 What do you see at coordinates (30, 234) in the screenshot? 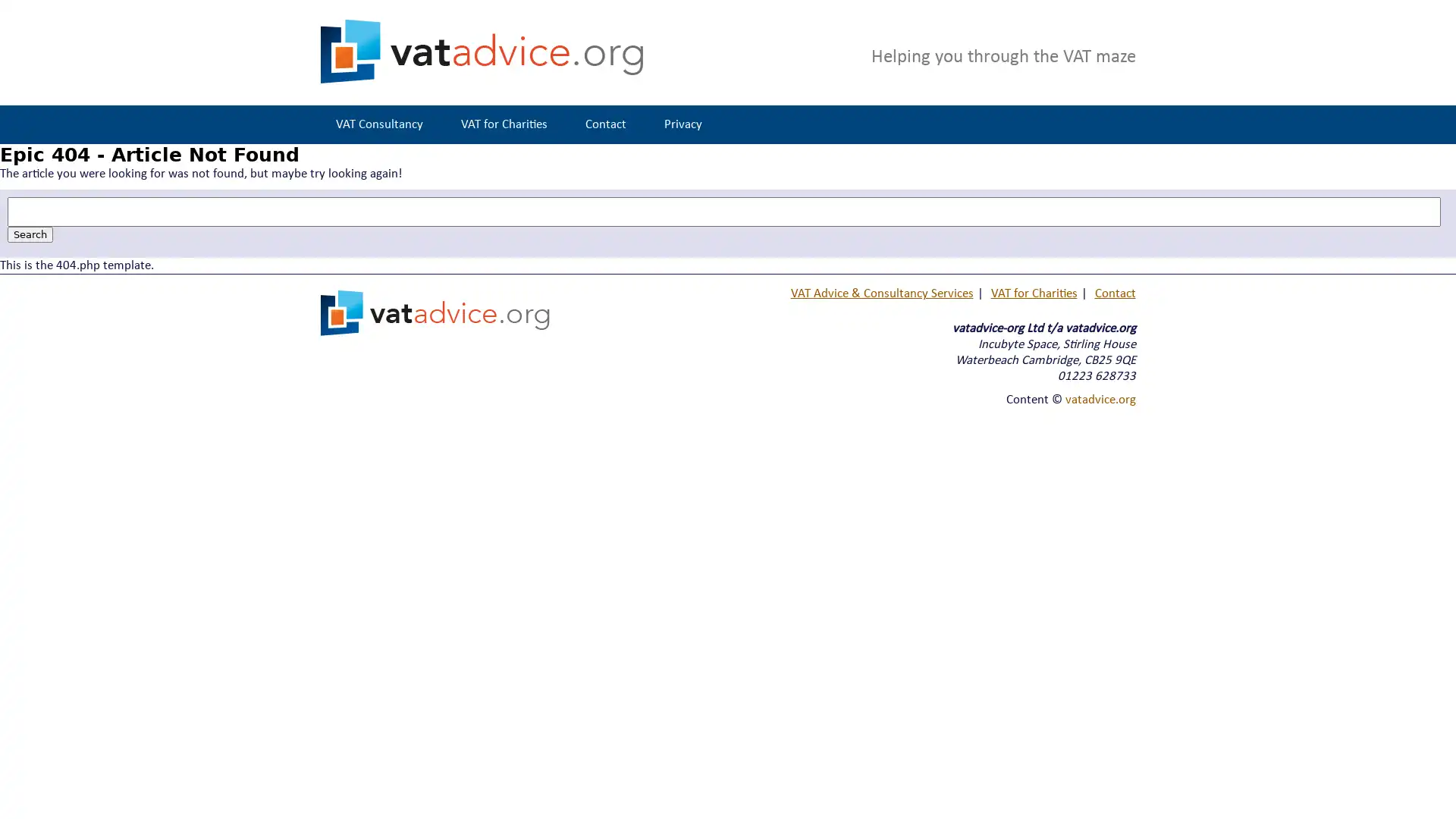
I see `Search` at bounding box center [30, 234].